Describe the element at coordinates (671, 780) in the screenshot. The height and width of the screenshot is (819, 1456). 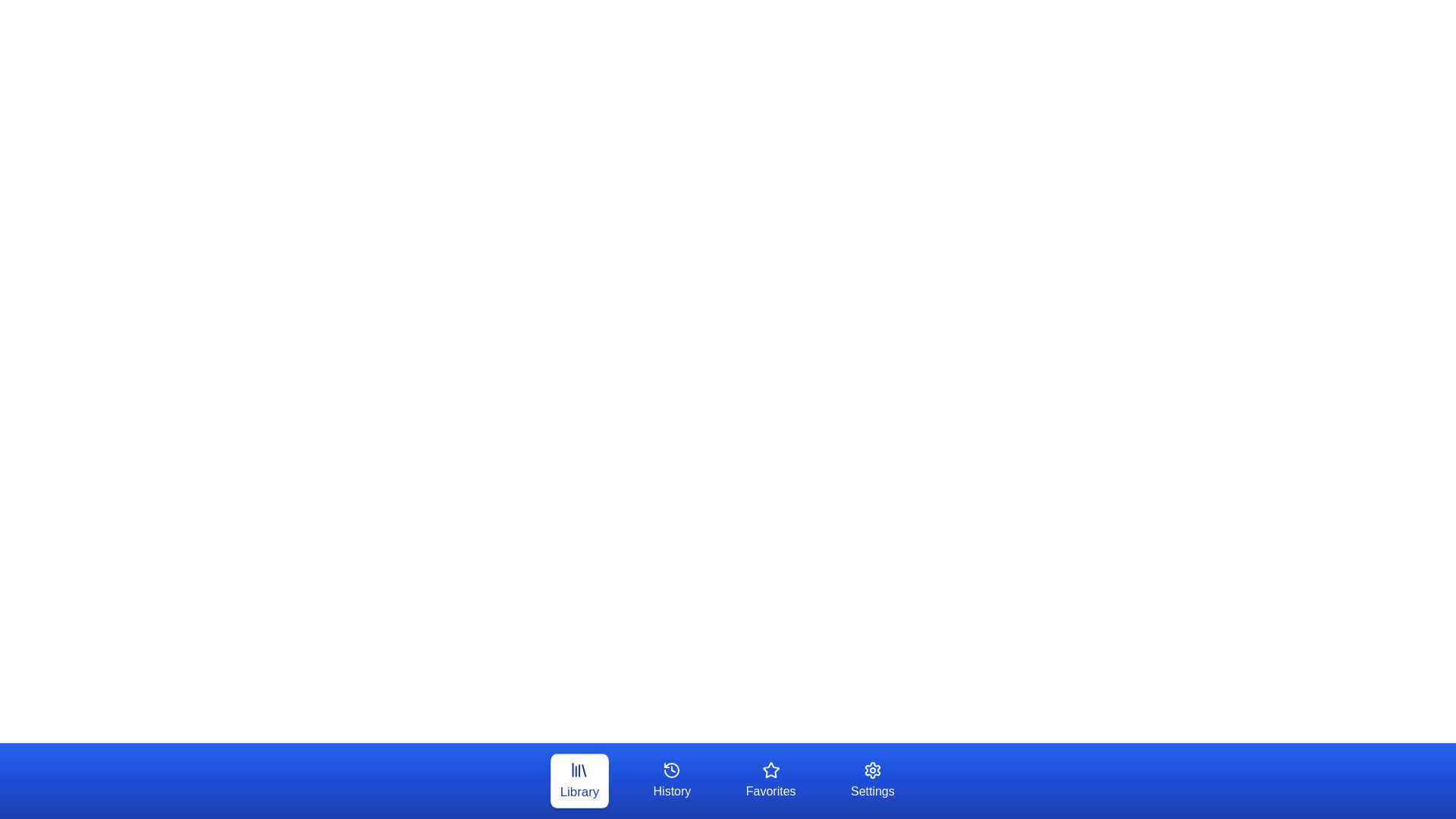
I see `the button labeled History` at that location.